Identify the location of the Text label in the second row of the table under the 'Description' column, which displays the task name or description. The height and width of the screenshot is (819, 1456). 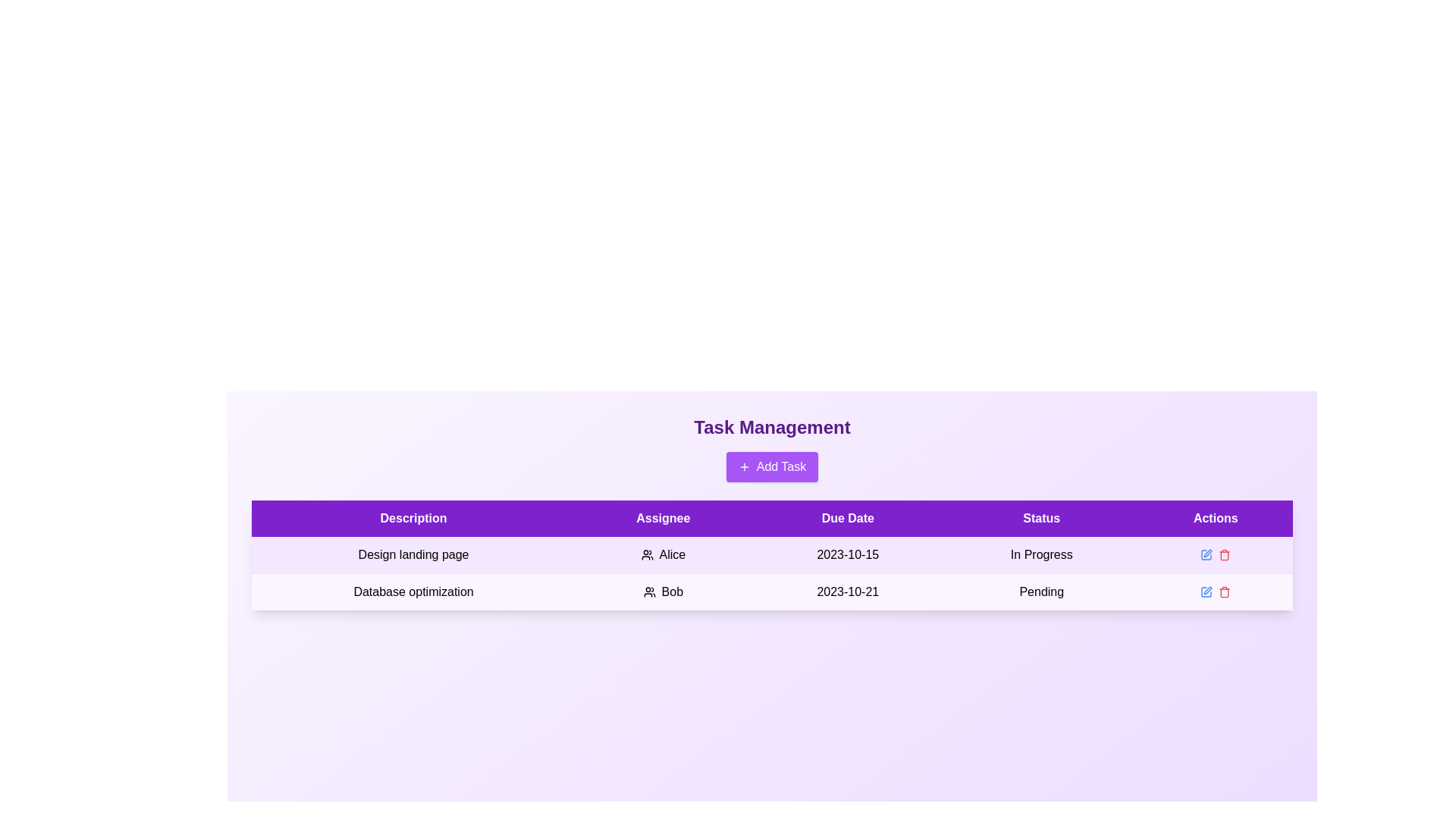
(413, 591).